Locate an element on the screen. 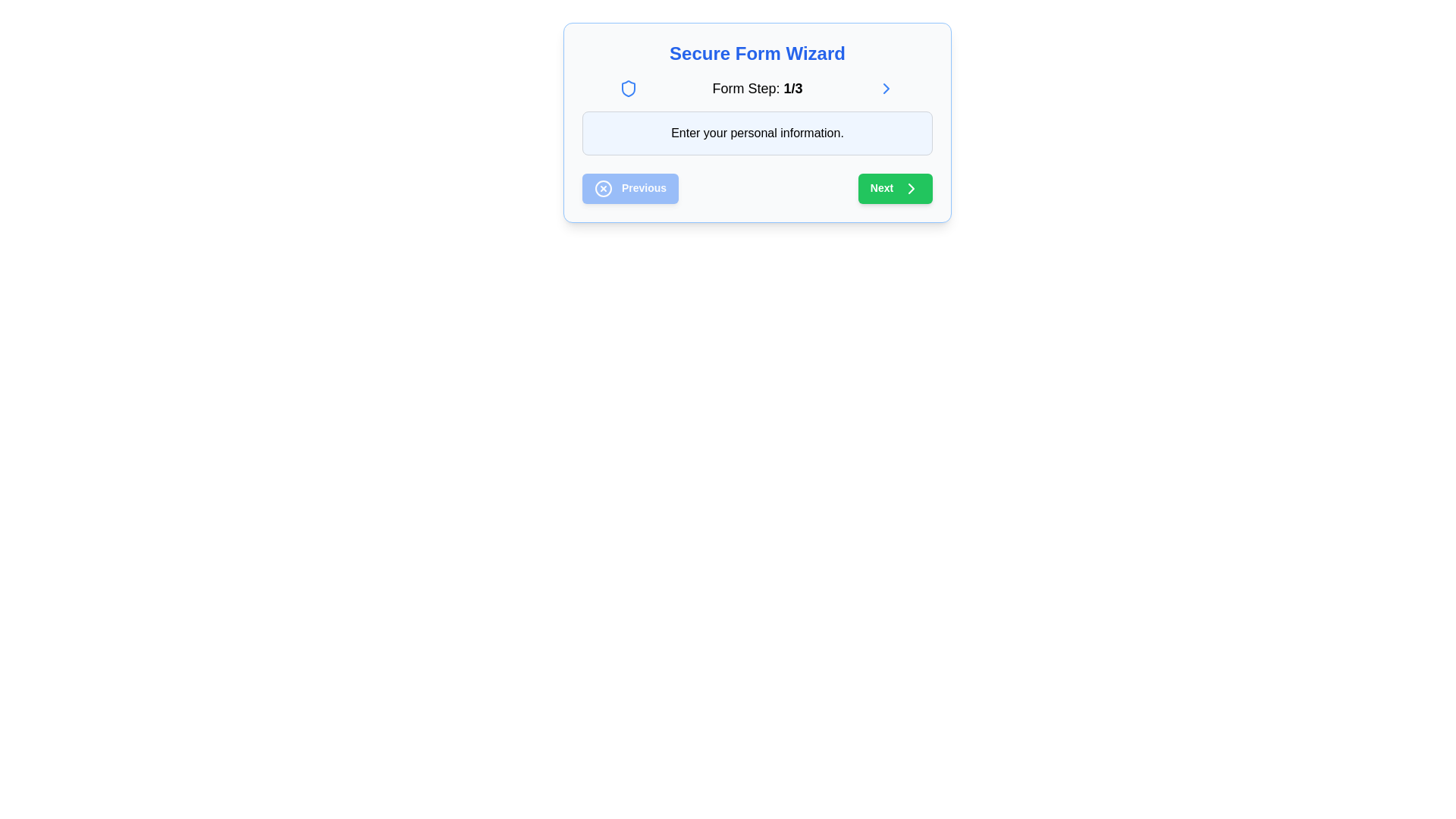  the chevron arrow icon that indicates forward navigation within the 'Next' button located at the bottom-right of the wizard card interface is located at coordinates (910, 188).